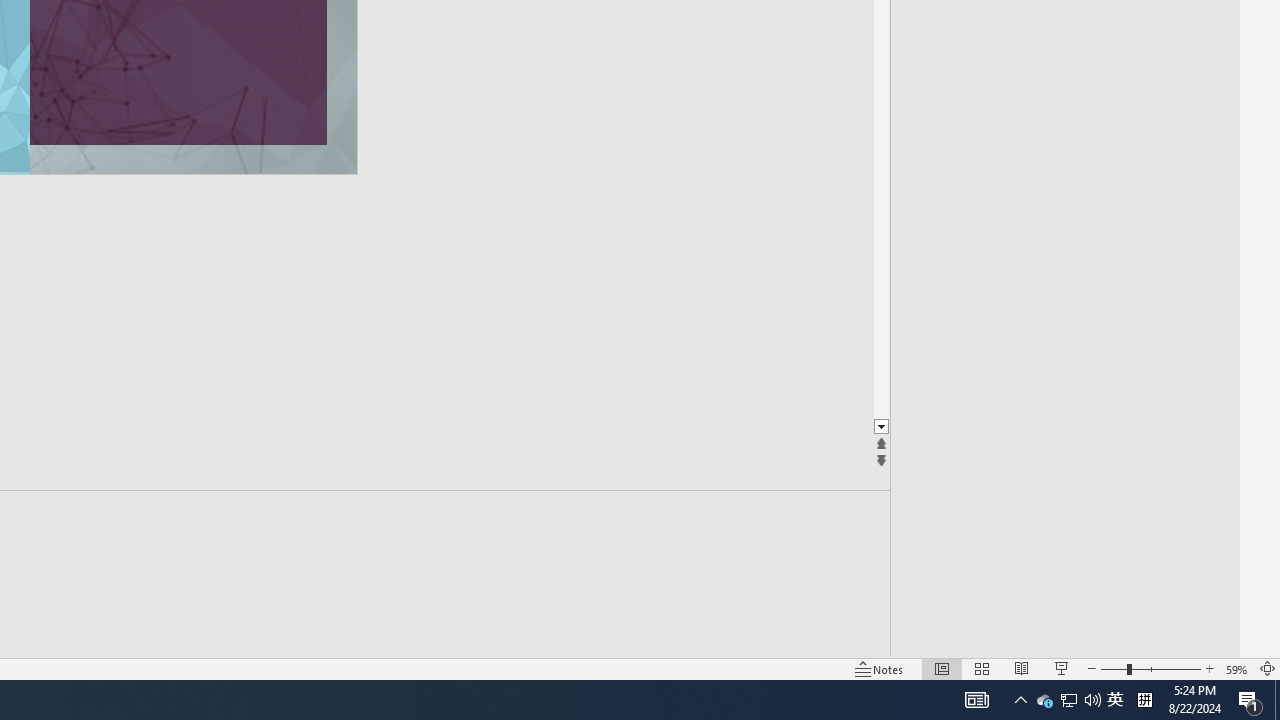 The image size is (1280, 720). What do you see at coordinates (1236, 669) in the screenshot?
I see `'Zoom 59%'` at bounding box center [1236, 669].